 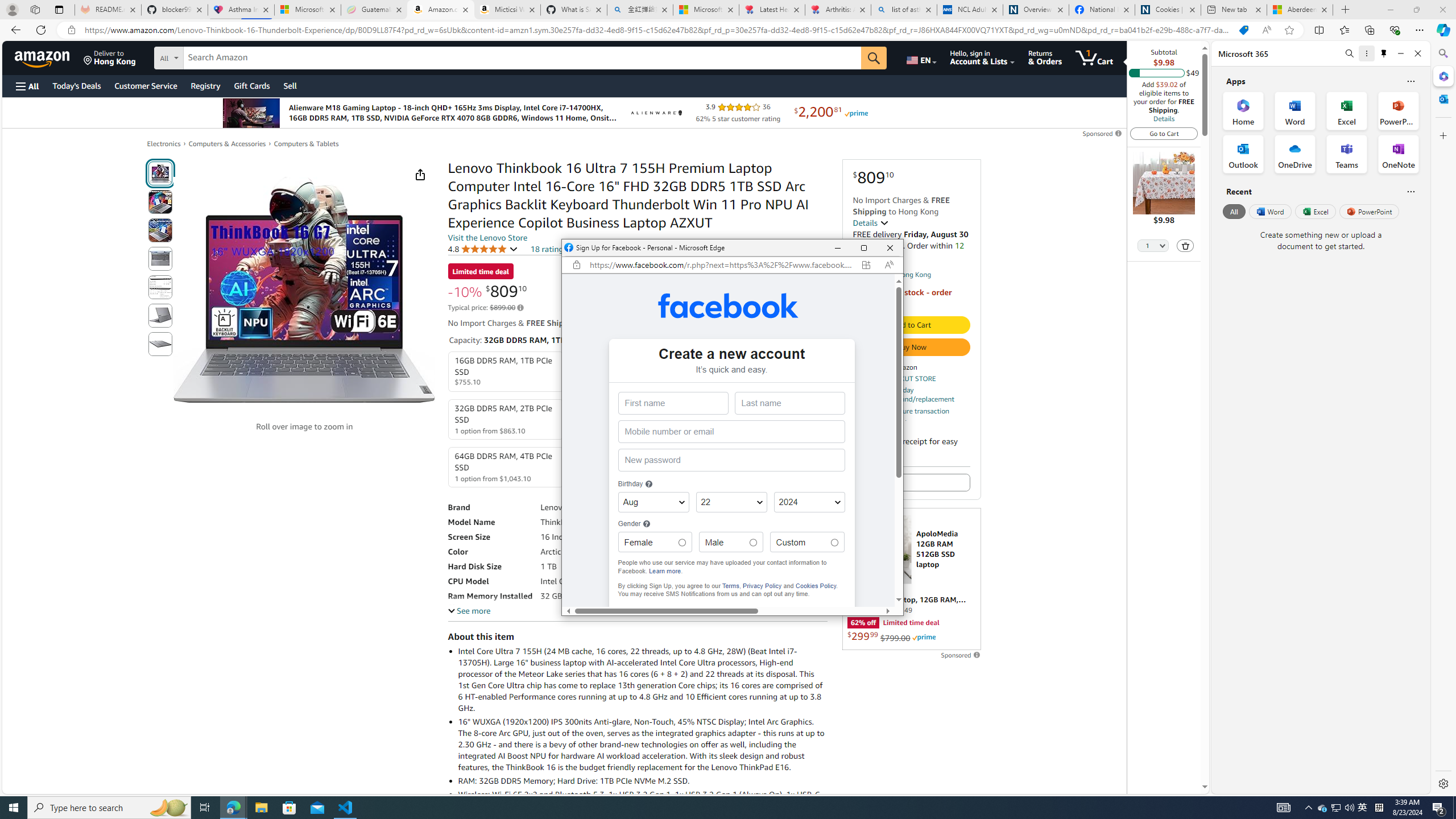 I want to click on 'PowerPoint Office App', so click(x=1398, y=111).